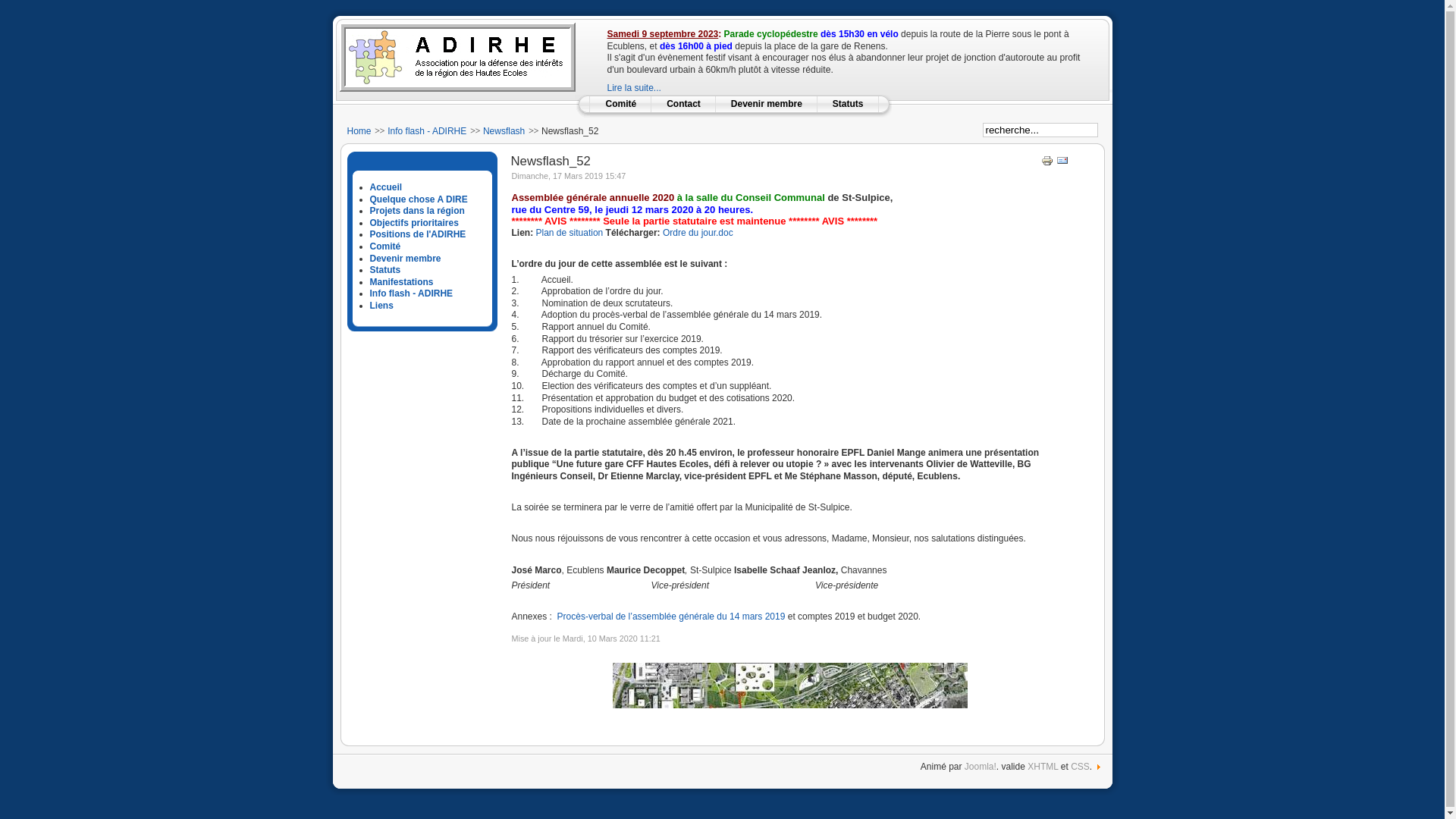 The width and height of the screenshot is (1456, 819). Describe the element at coordinates (504, 130) in the screenshot. I see `'Newsflash'` at that location.